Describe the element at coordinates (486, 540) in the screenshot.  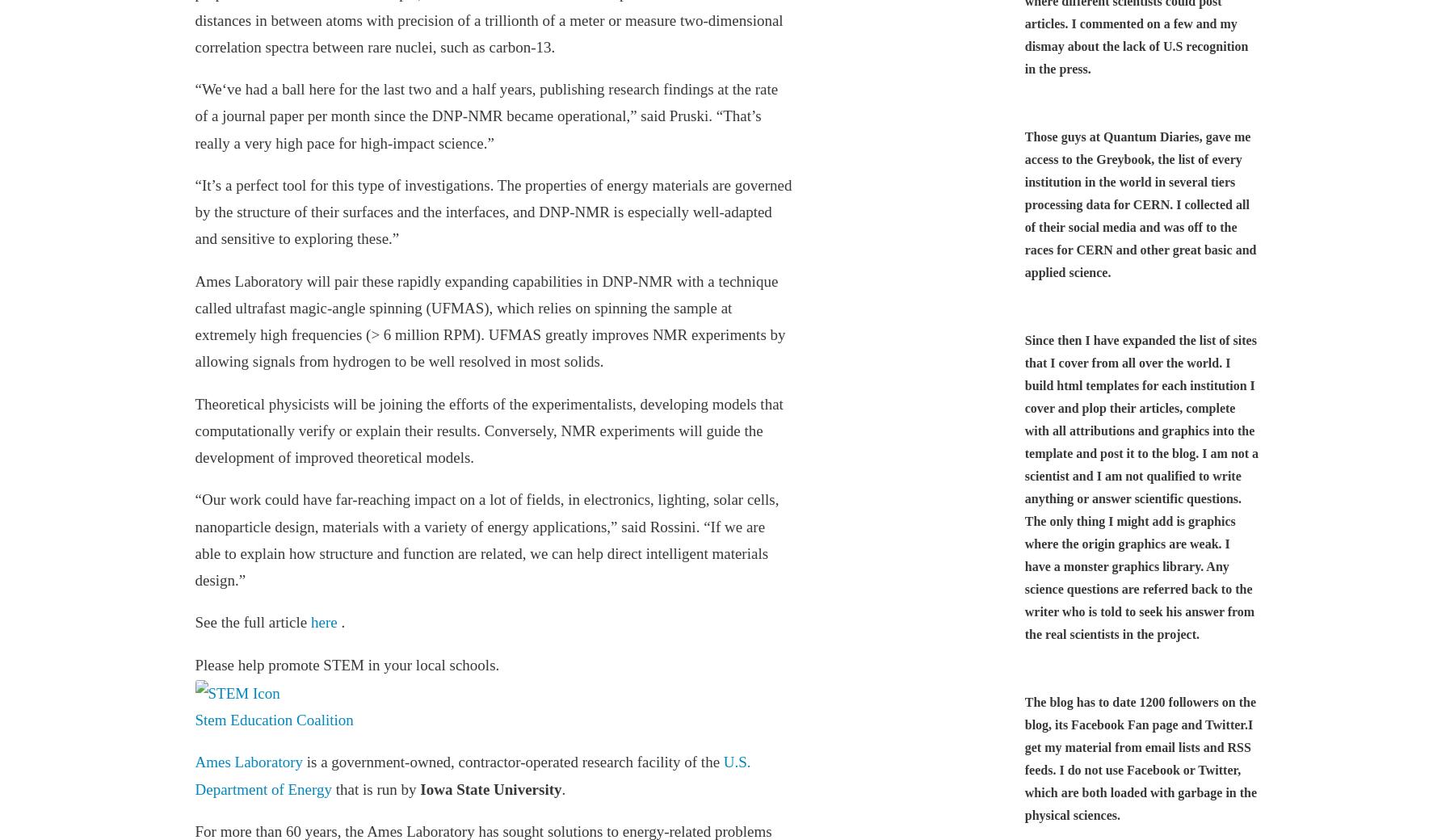
I see `'“Our work could have far-reaching impact on a lot of fields, in electronics, lighting, solar cells, nanoparticle design, materials with a variety of energy applications,” said Rossini. “If we are able to explain how structure and function are related, we can help direct intelligent materials design.”'` at that location.